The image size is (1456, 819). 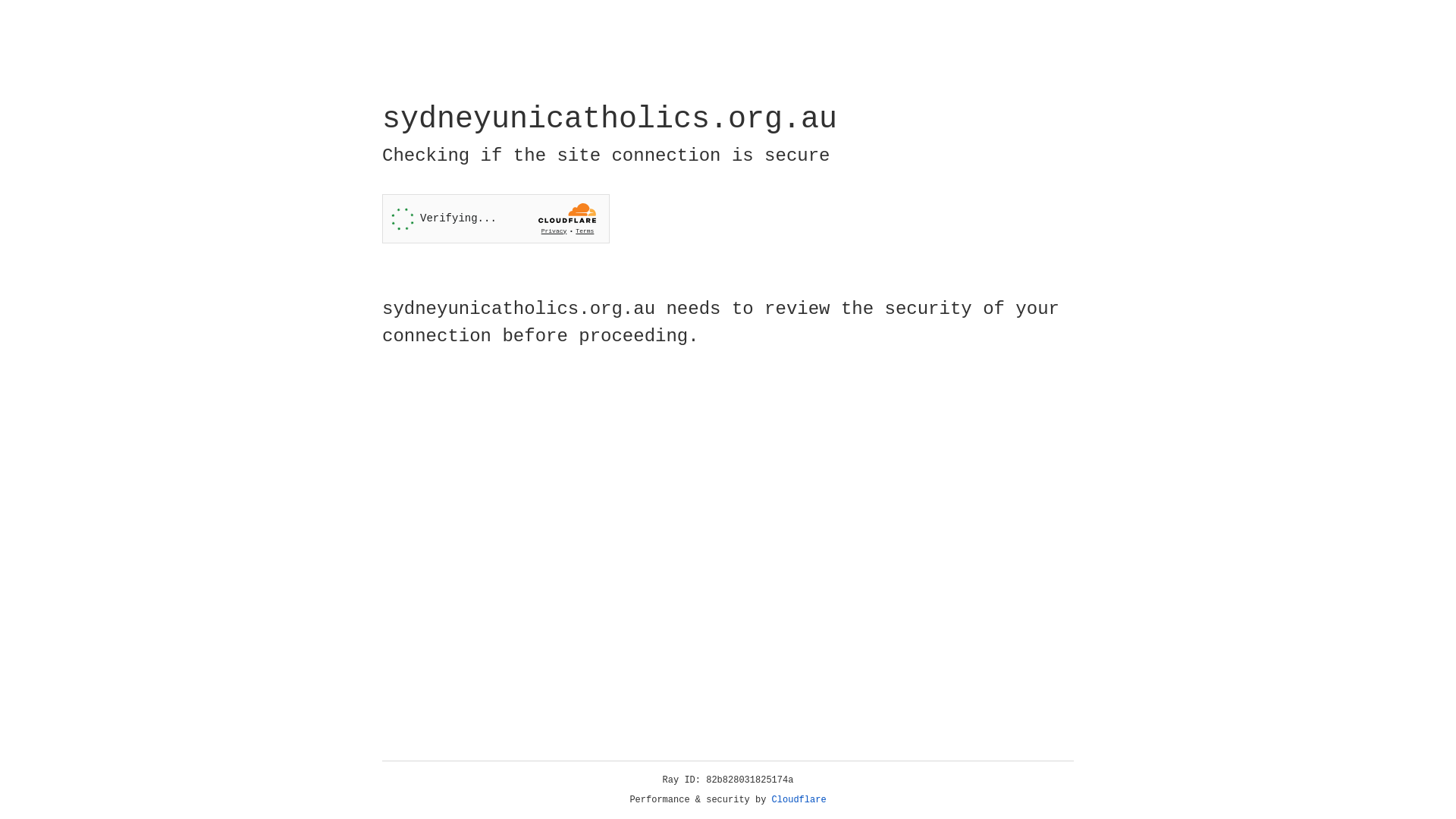 What do you see at coordinates (495, 218) in the screenshot?
I see `'Widget containing a Cloudflare security challenge'` at bounding box center [495, 218].